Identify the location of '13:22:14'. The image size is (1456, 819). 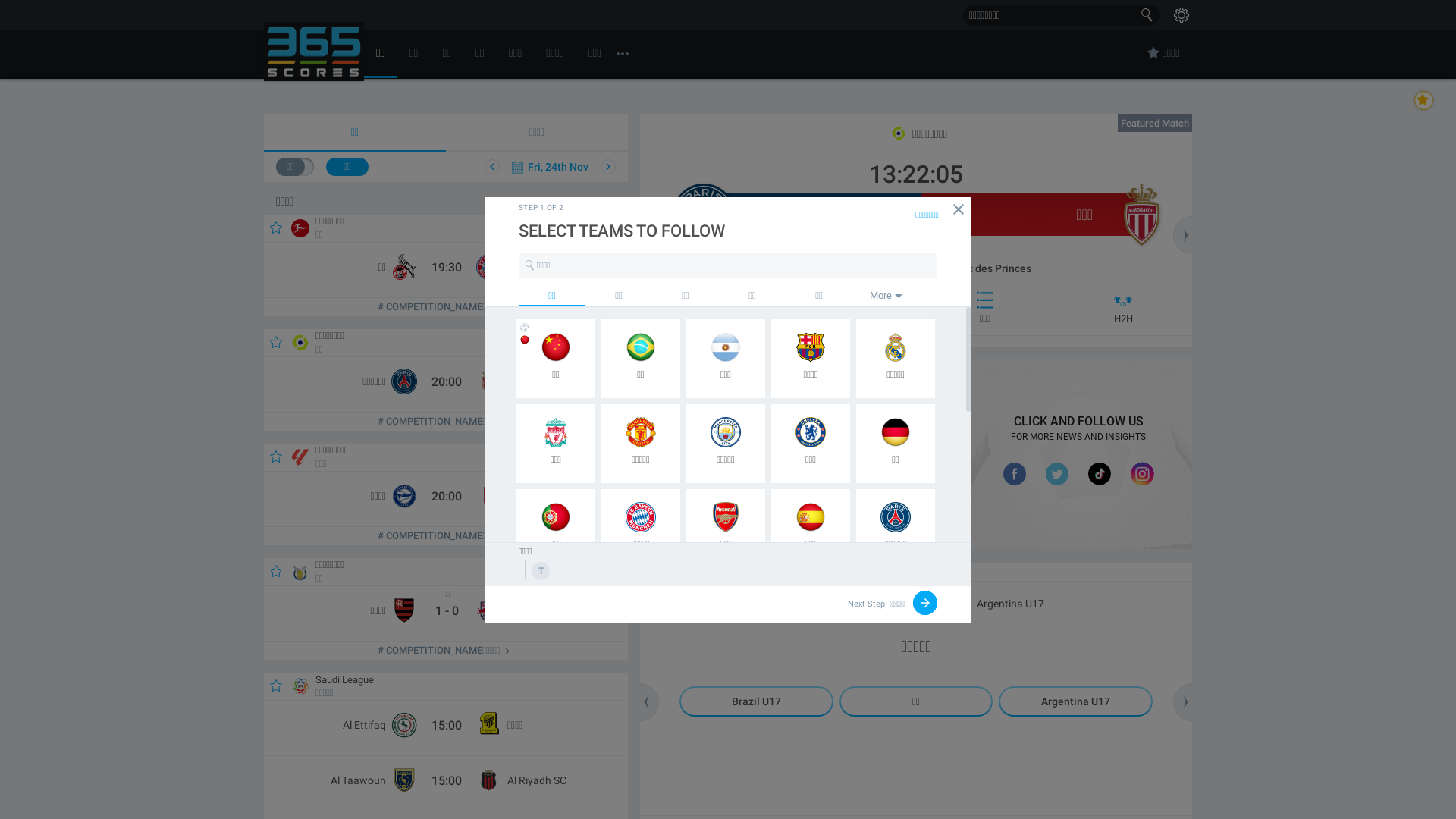
(851, 169).